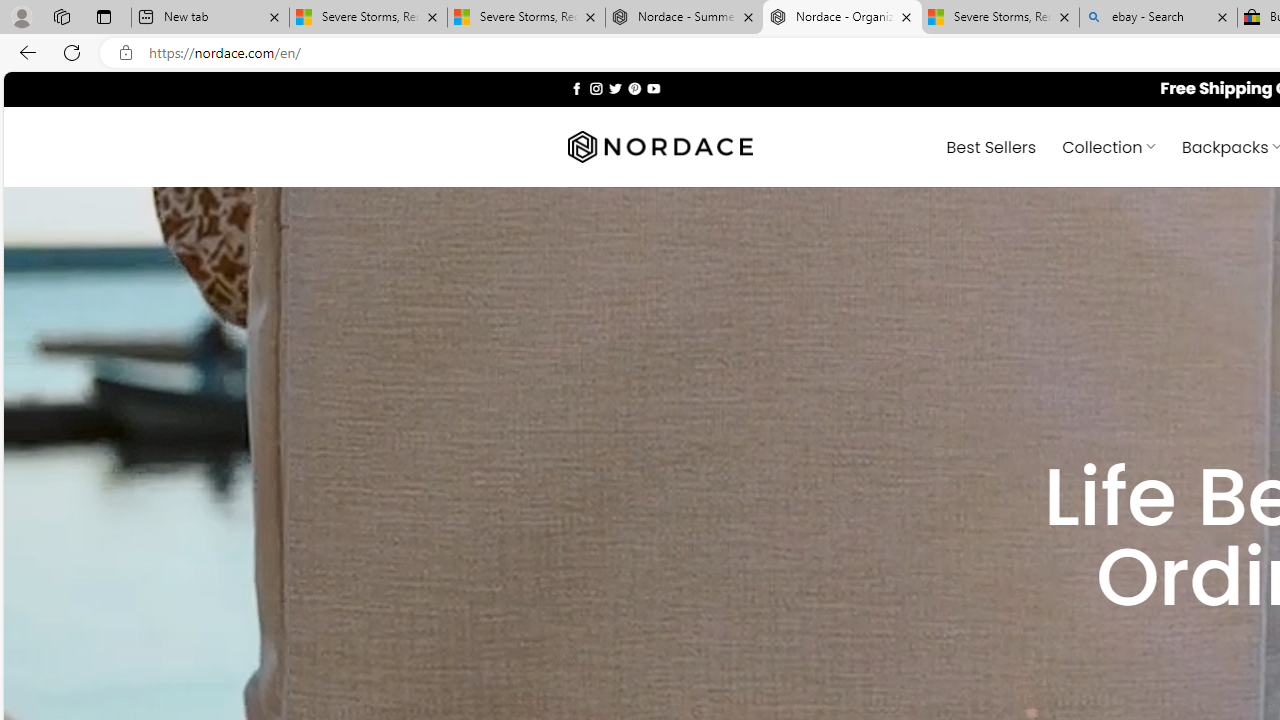  Describe the element at coordinates (595, 87) in the screenshot. I see `'Follow on Instagram'` at that location.